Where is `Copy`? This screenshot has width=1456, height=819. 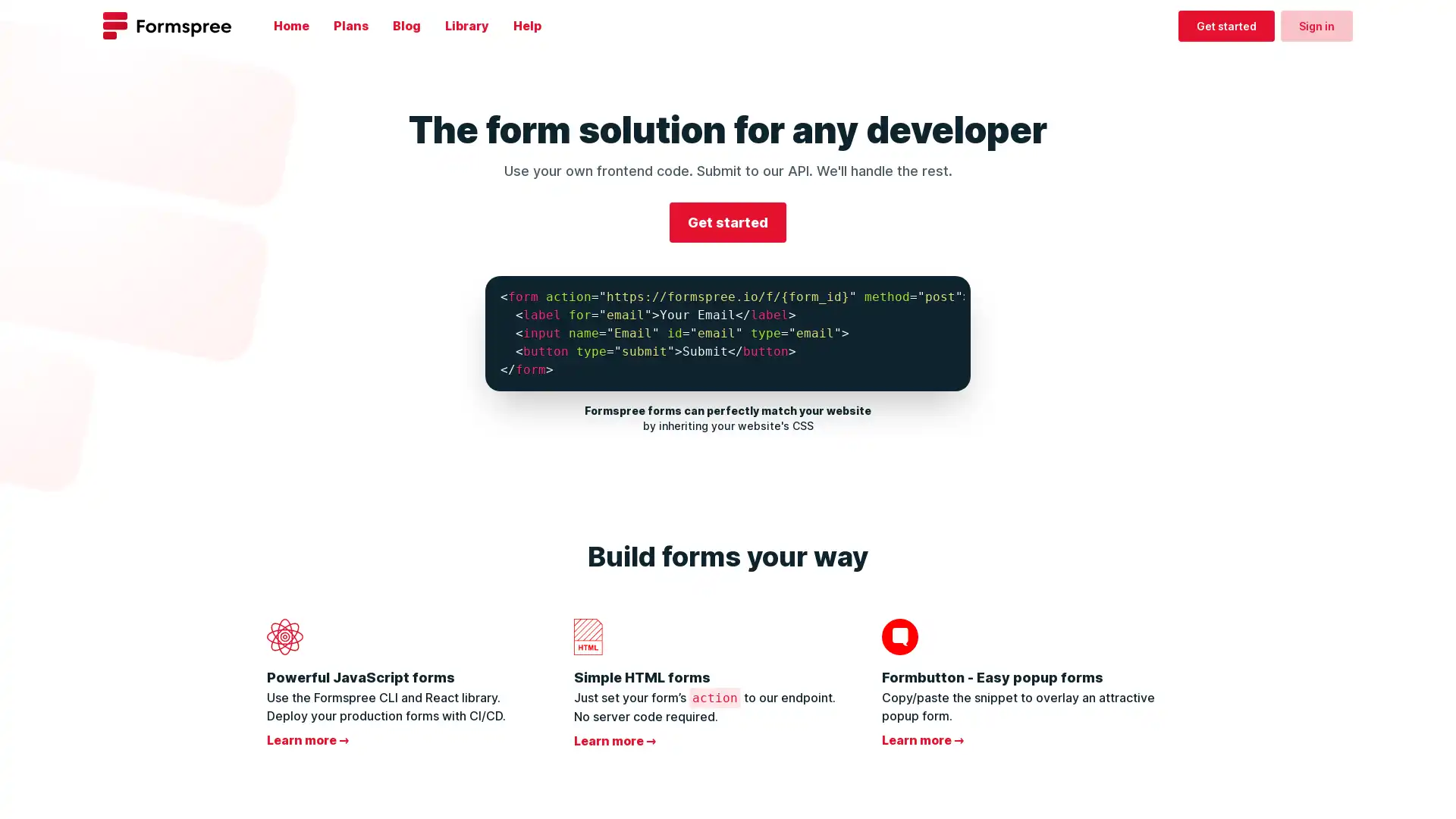
Copy is located at coordinates (944, 301).